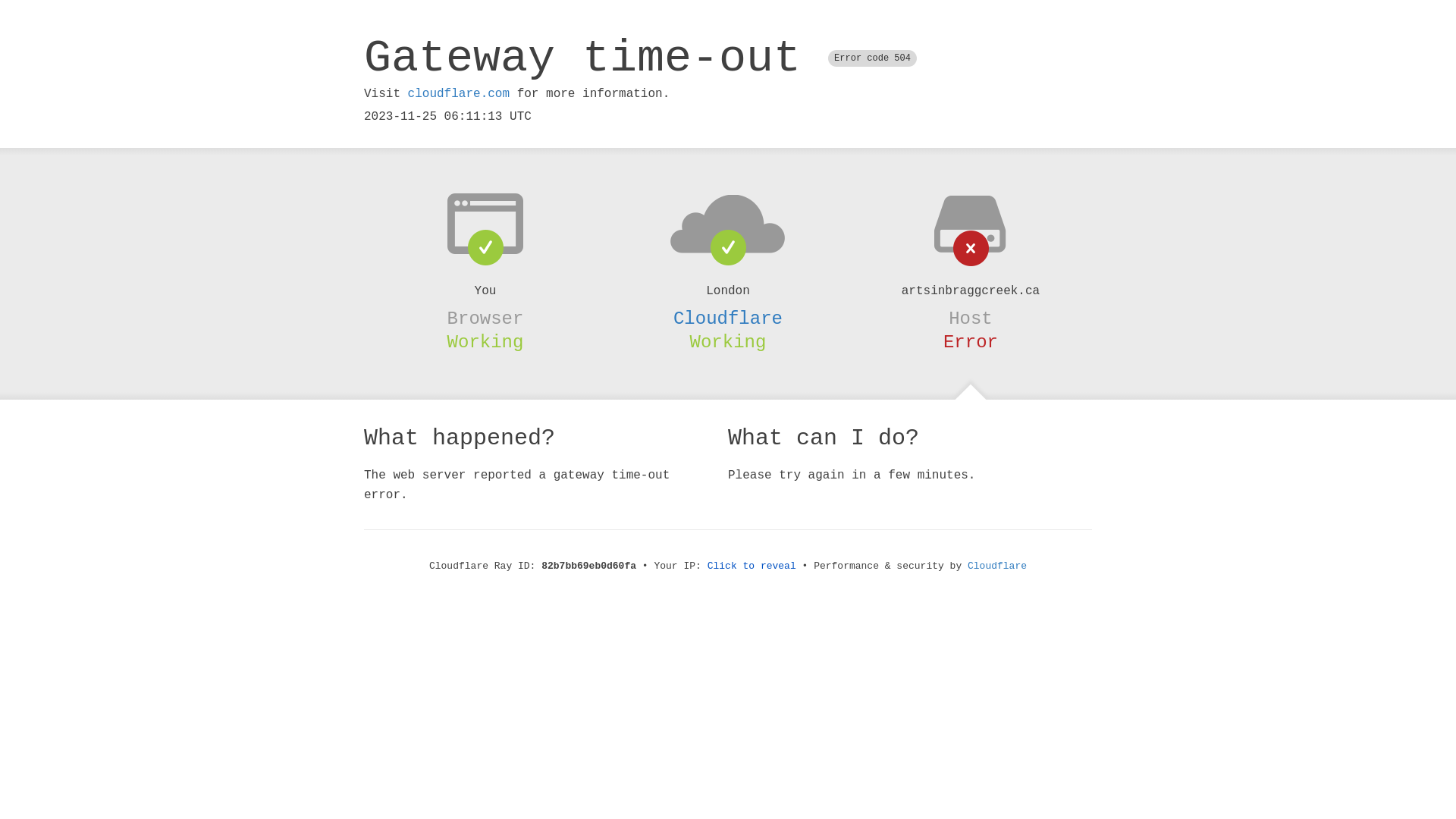 The image size is (1456, 819). What do you see at coordinates (457, 93) in the screenshot?
I see `'cloudflare.com'` at bounding box center [457, 93].